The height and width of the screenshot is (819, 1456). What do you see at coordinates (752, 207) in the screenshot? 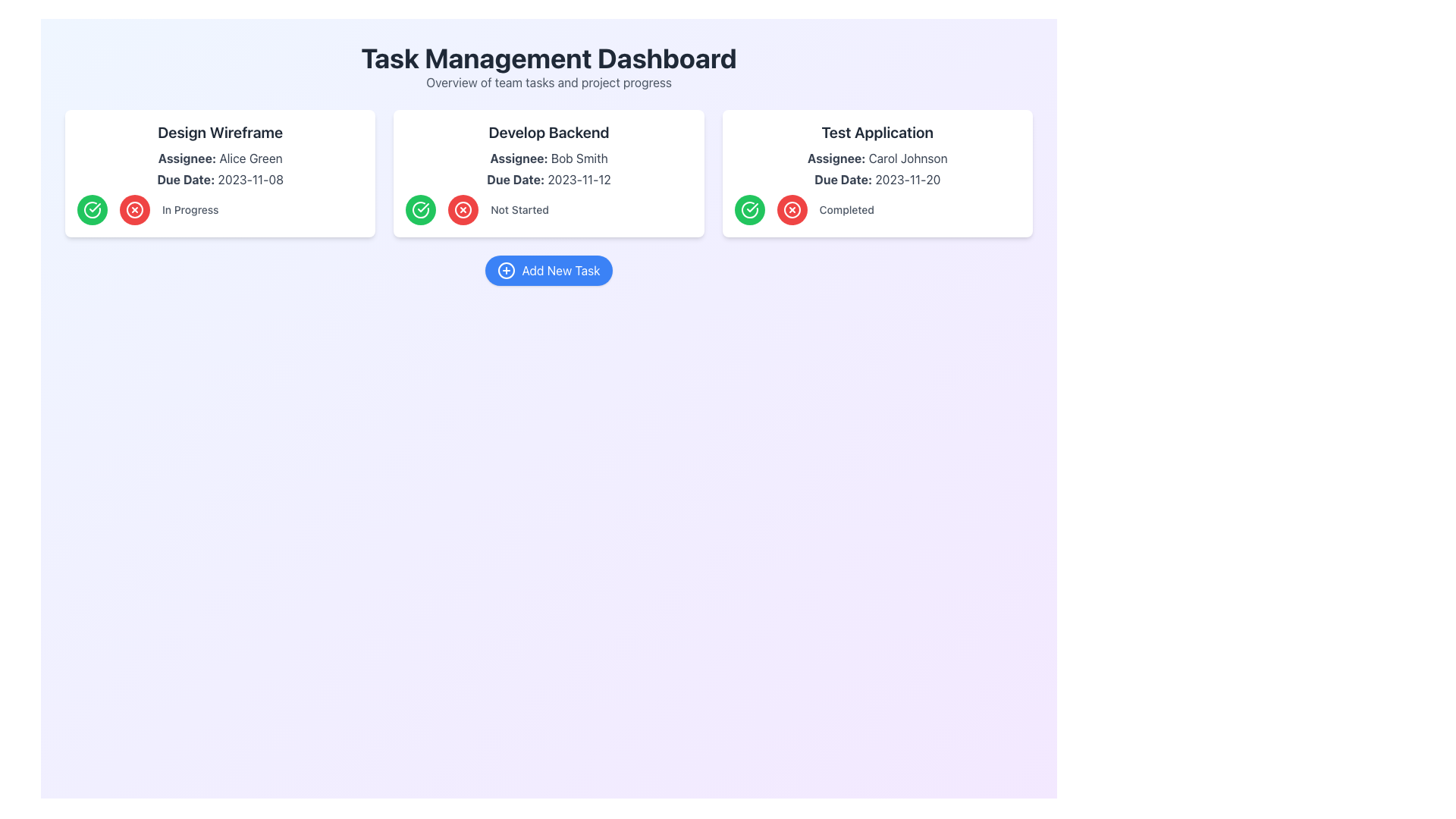
I see `the completion status icon located in the 'Test Application' task card on the Task Management Dashboard` at bounding box center [752, 207].